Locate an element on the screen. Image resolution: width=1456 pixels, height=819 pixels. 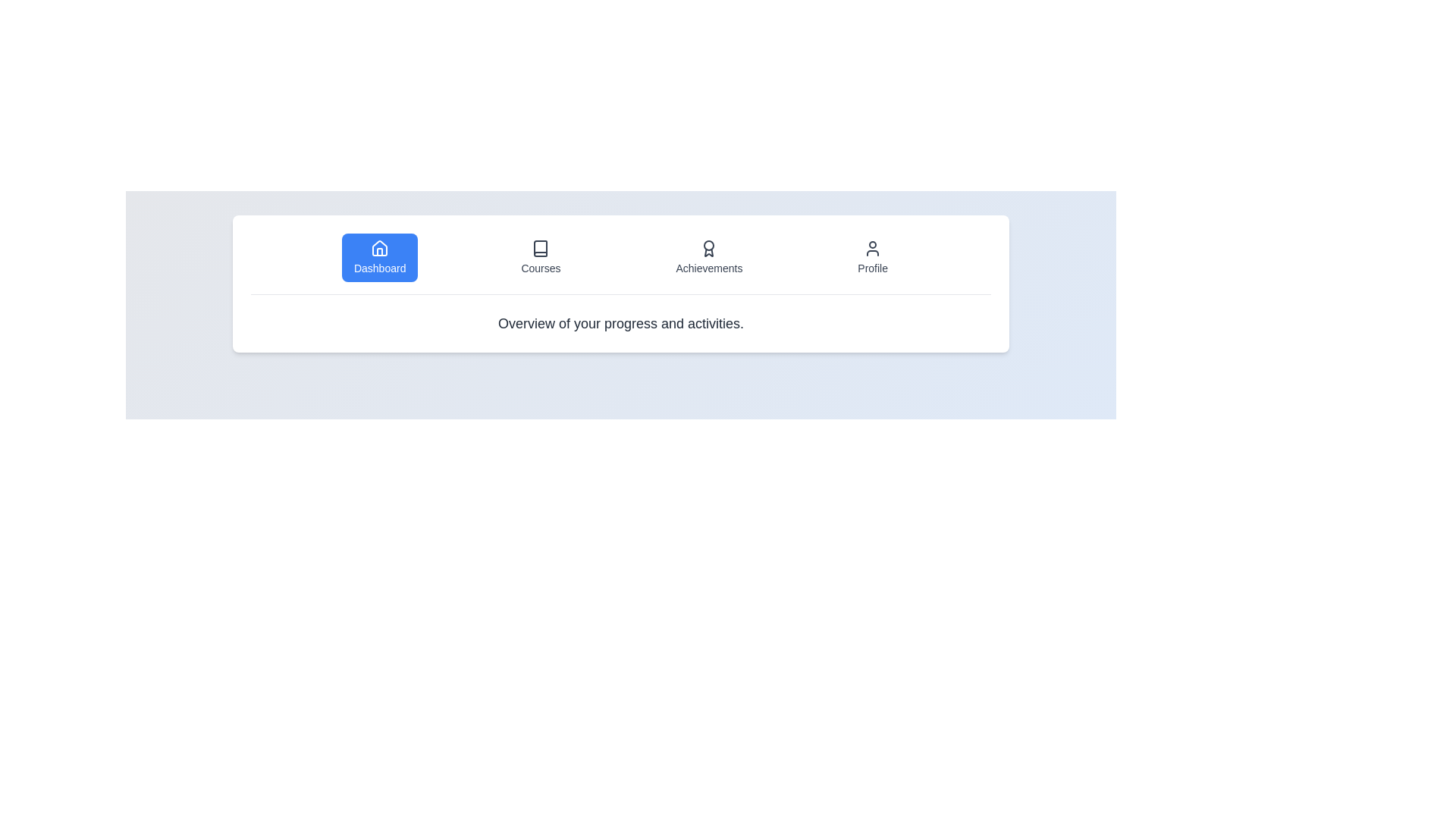
the third button in the horizontal navigation bar is located at coordinates (708, 256).